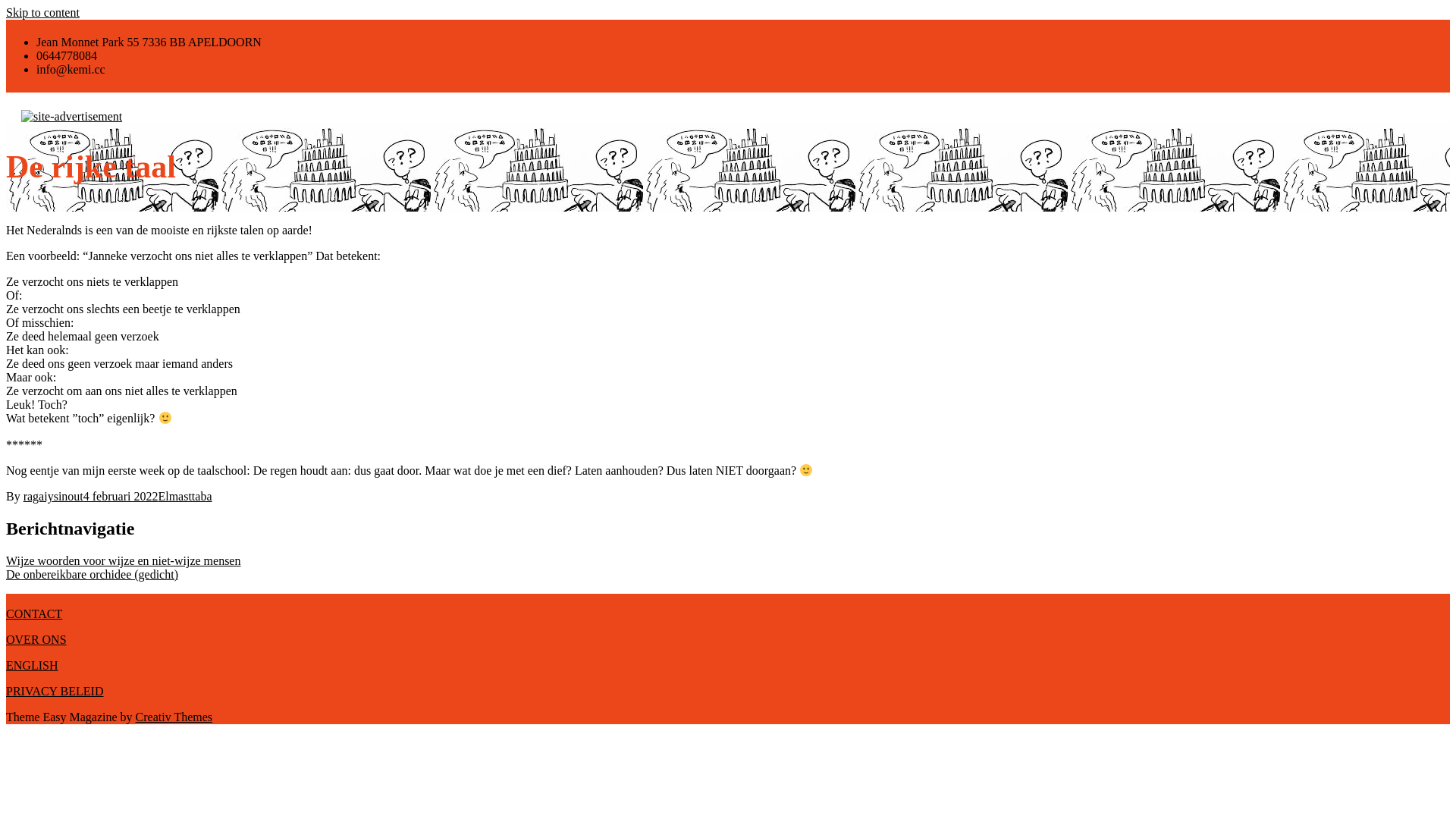  I want to click on 'Elmasttaba', so click(157, 496).